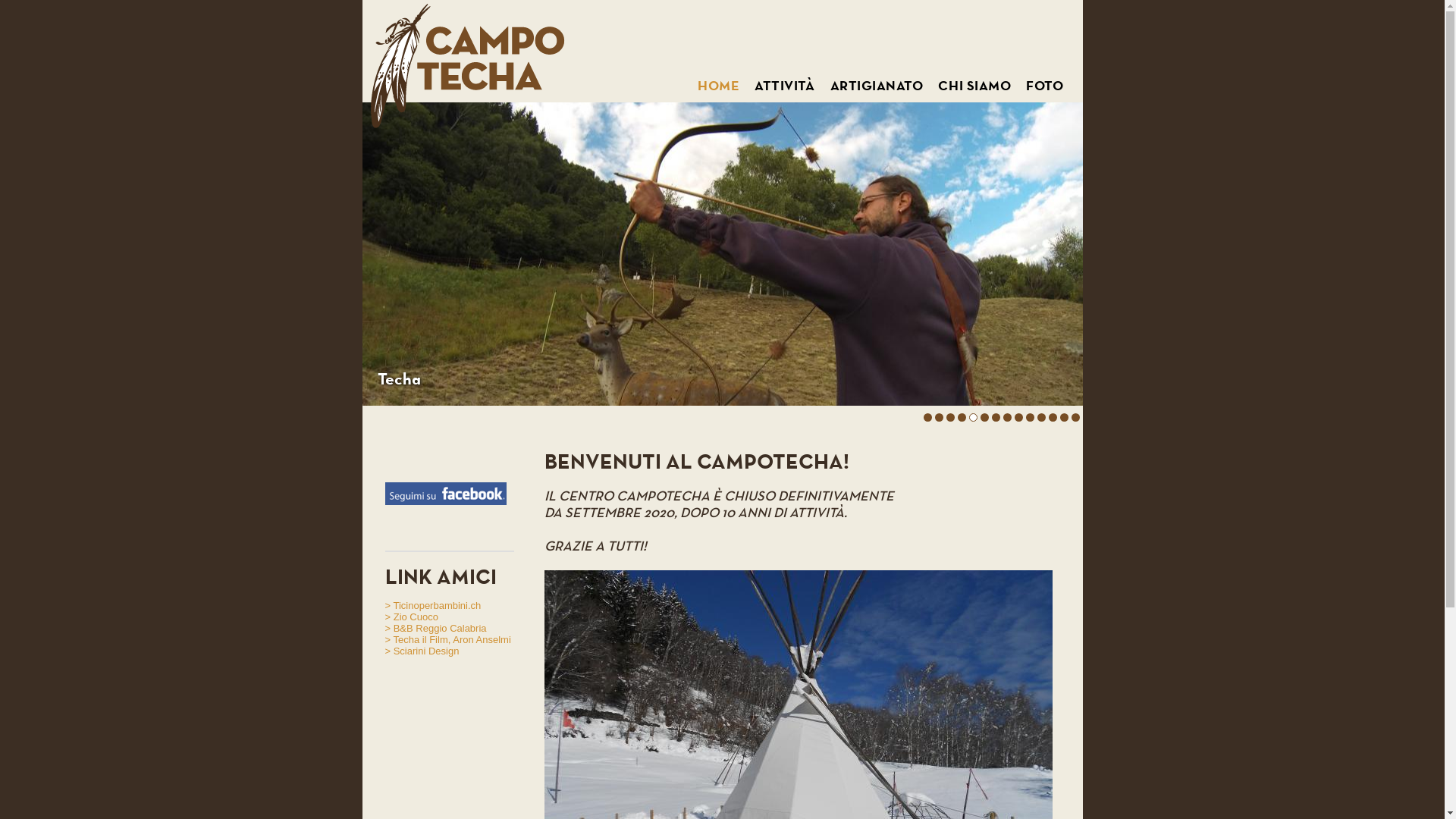  What do you see at coordinates (927, 419) in the screenshot?
I see `'1'` at bounding box center [927, 419].